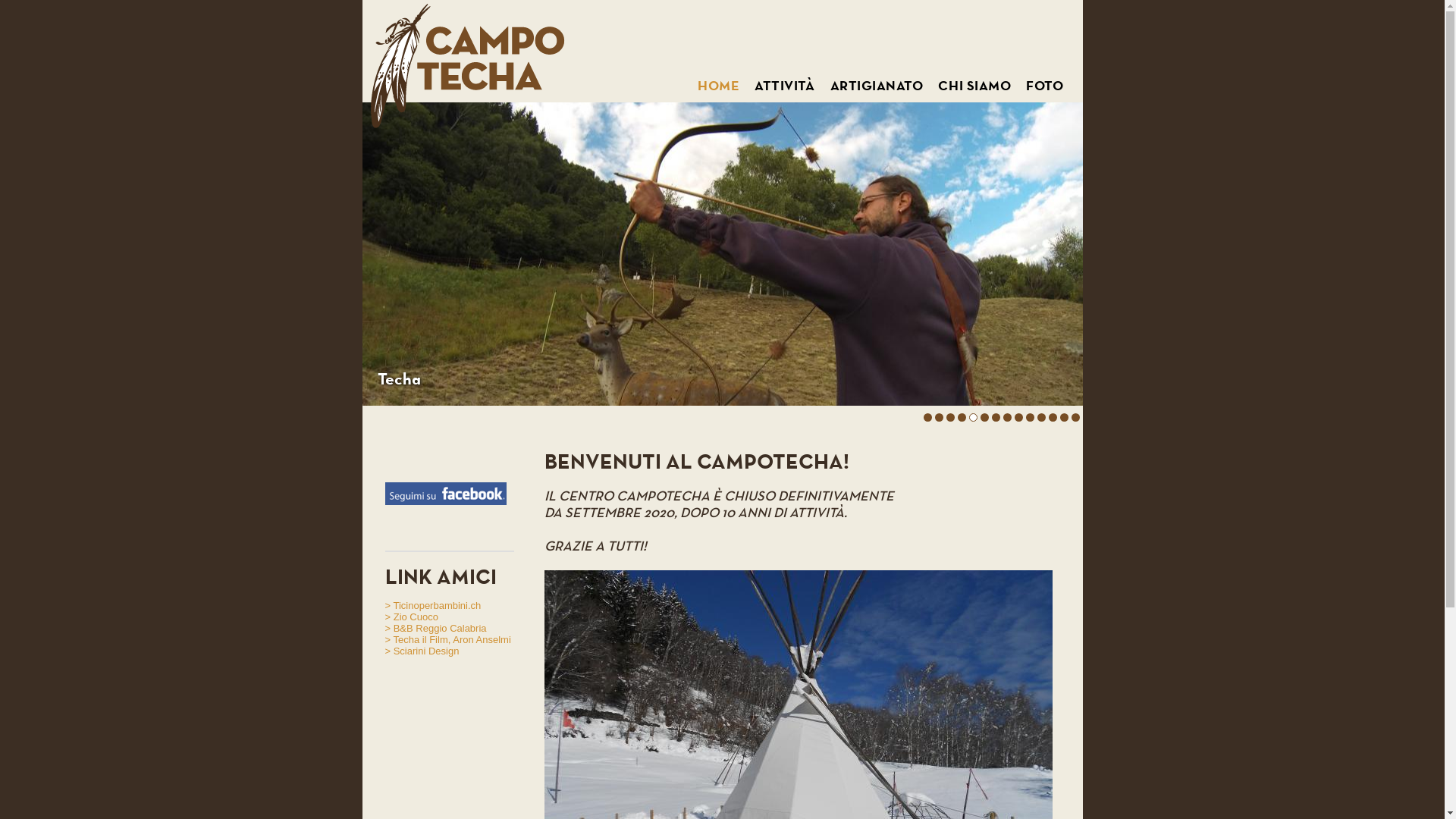  What do you see at coordinates (927, 419) in the screenshot?
I see `'1'` at bounding box center [927, 419].